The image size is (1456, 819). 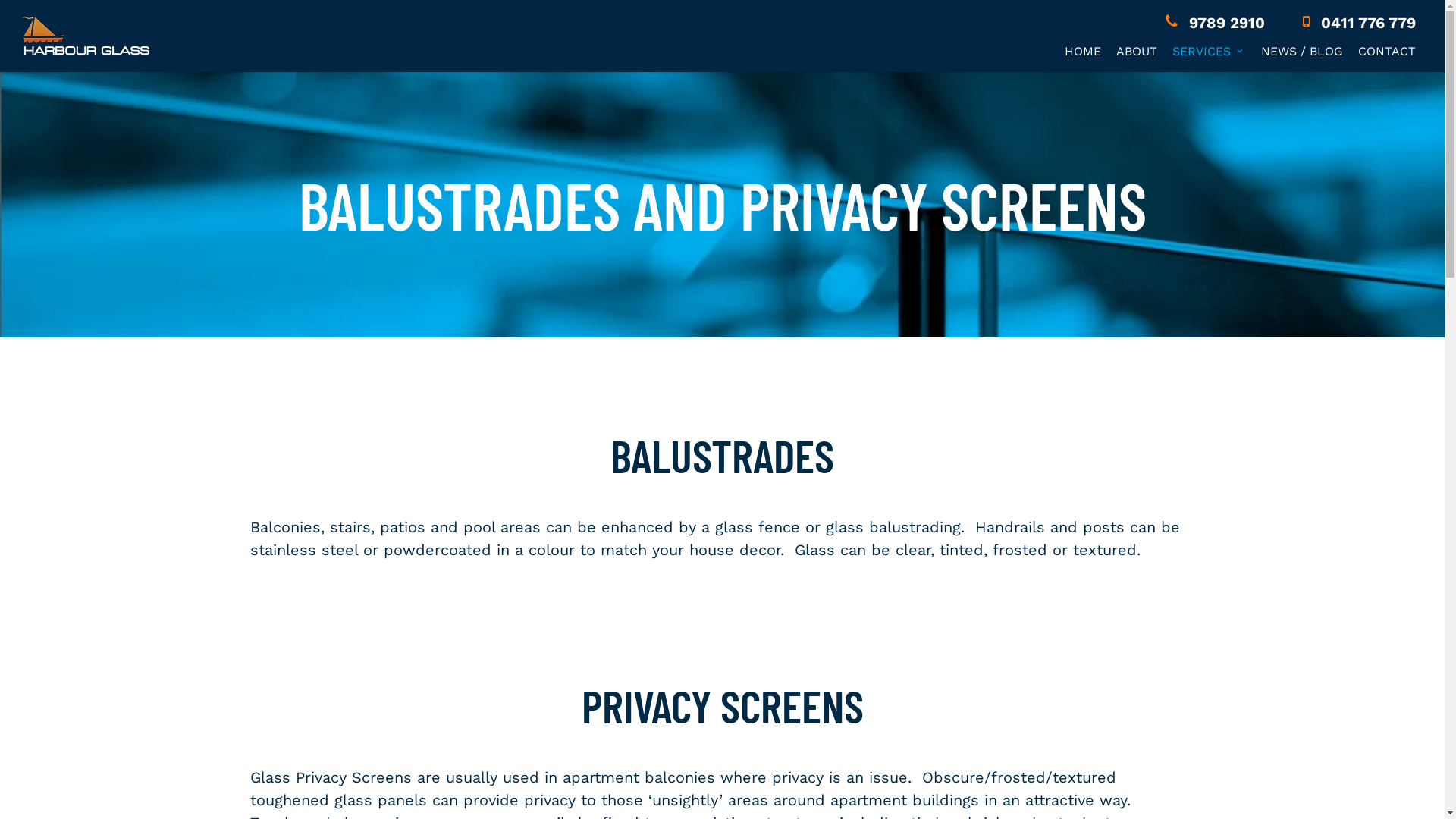 What do you see at coordinates (1164, 49) in the screenshot?
I see `'SERVICES'` at bounding box center [1164, 49].